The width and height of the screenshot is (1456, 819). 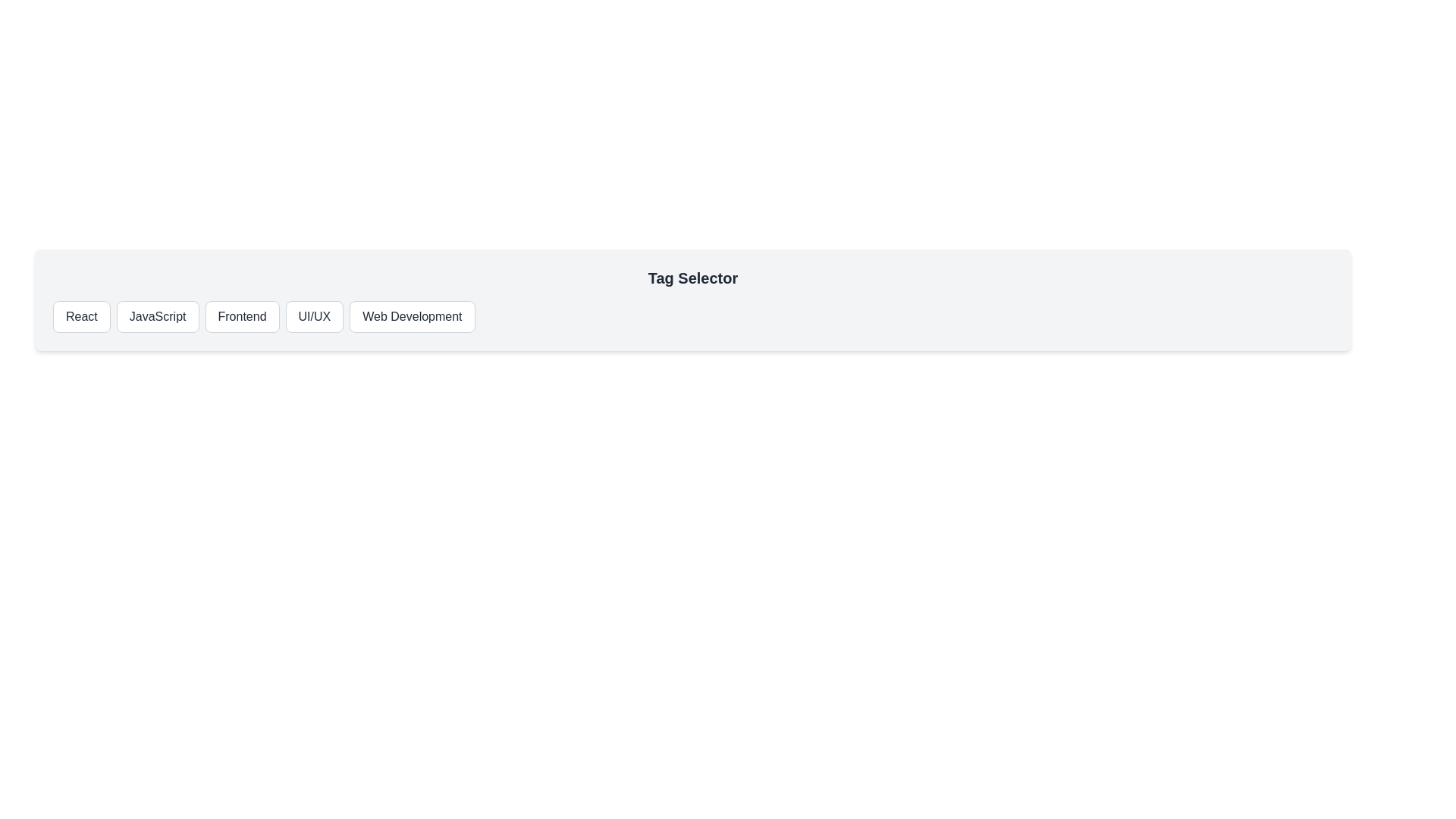 What do you see at coordinates (241, 315) in the screenshot?
I see `the Frontend button to observe the hover effect` at bounding box center [241, 315].